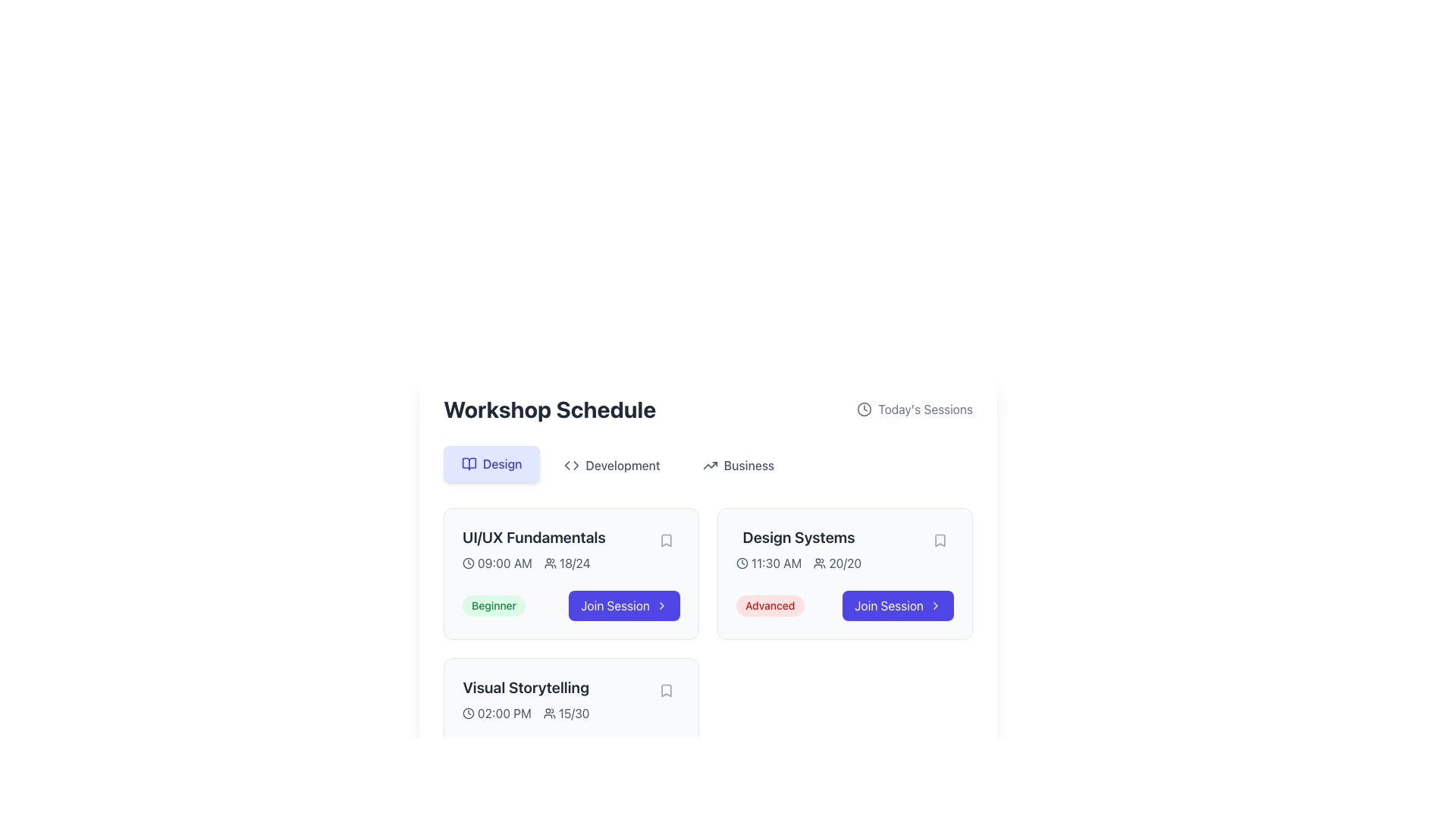 This screenshot has height=819, width=1456. What do you see at coordinates (566, 464) in the screenshot?
I see `the leftward arrow decorative graphic element located near the 'Development' section tab at the upper area of the interface` at bounding box center [566, 464].